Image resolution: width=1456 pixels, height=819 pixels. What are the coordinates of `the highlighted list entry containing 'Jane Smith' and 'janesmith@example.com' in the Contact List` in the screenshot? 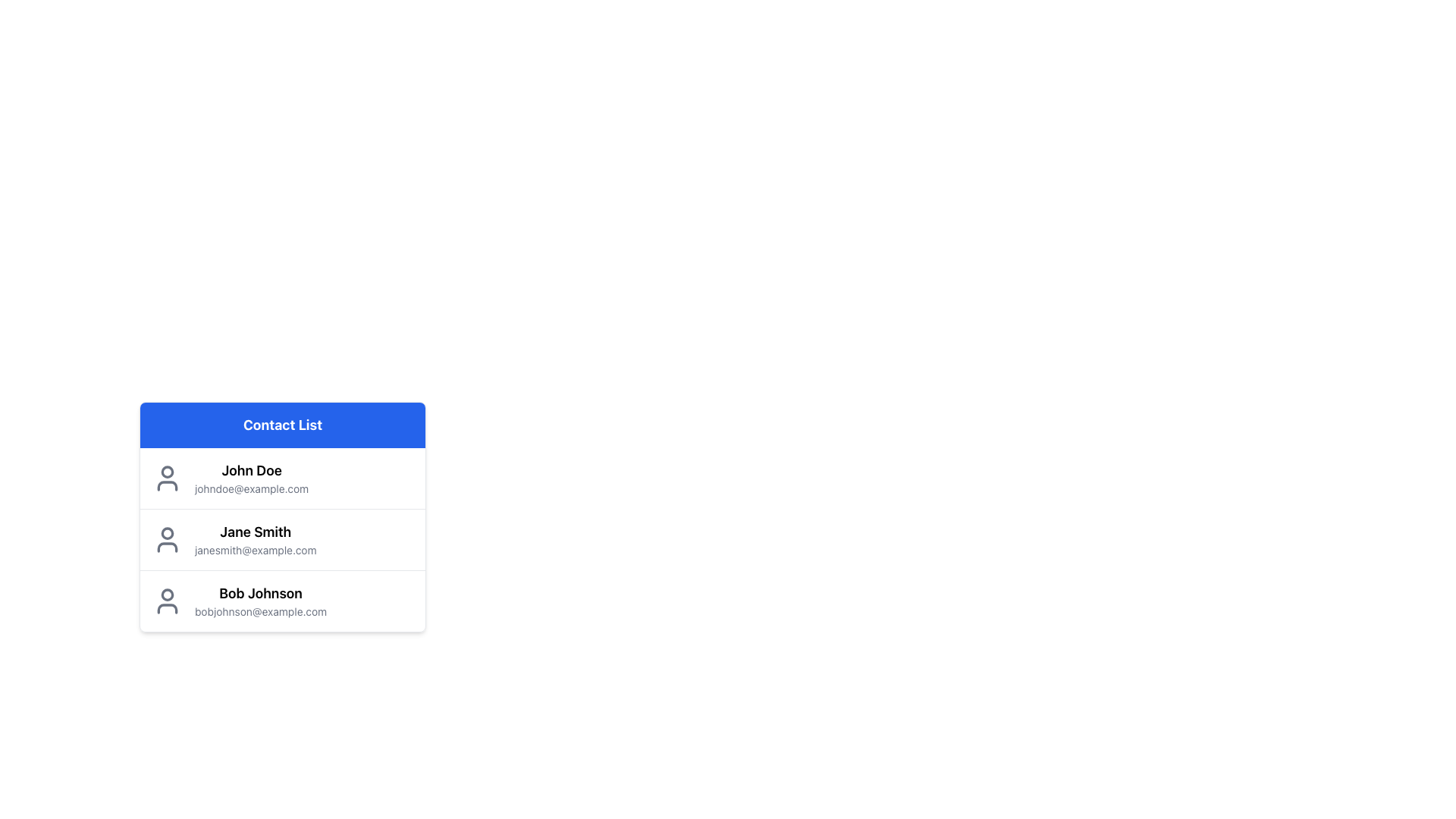 It's located at (283, 539).